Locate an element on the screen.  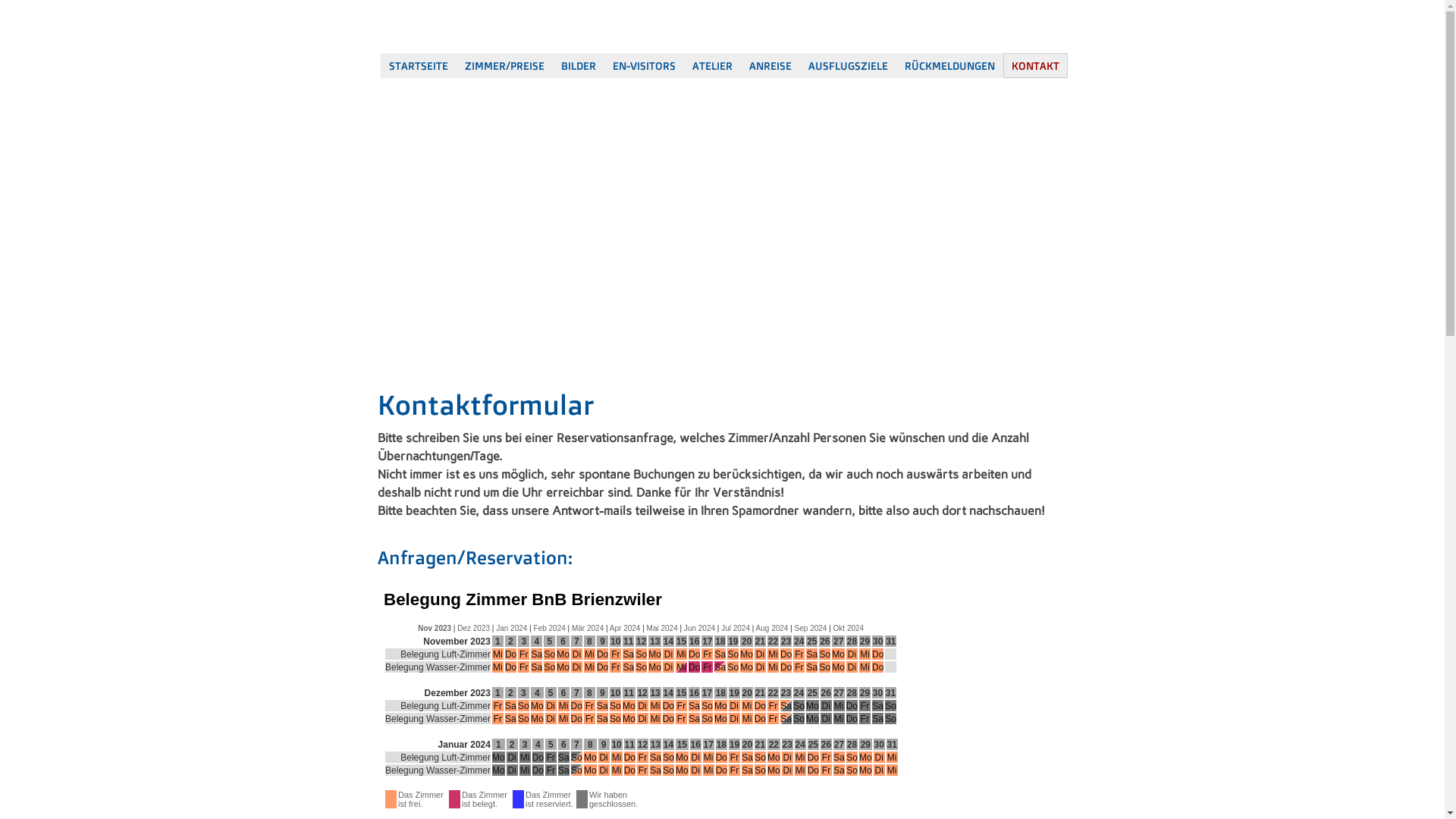
'ATELIER' is located at coordinates (711, 64).